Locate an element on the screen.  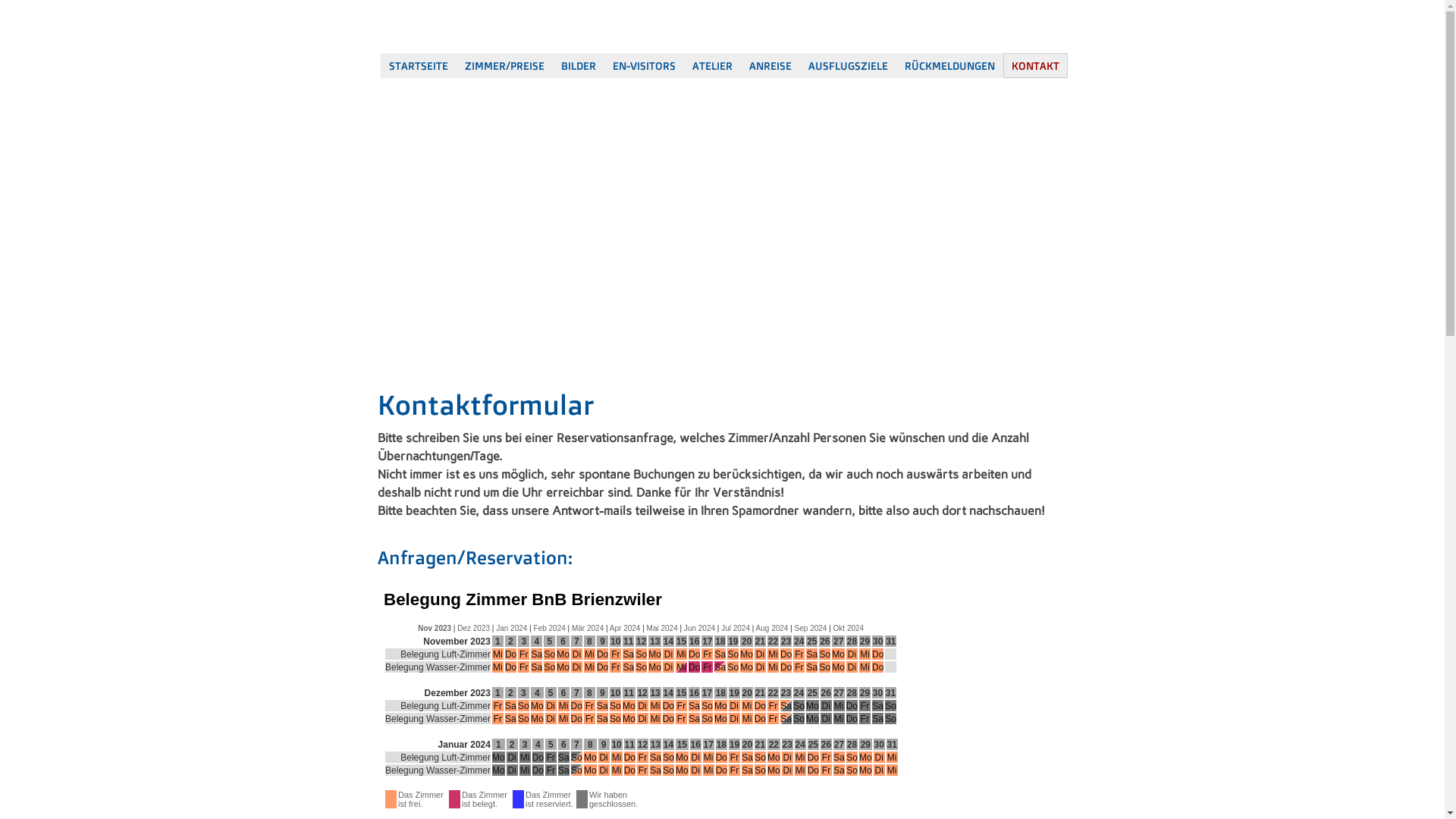
'ATELIER' is located at coordinates (711, 64).